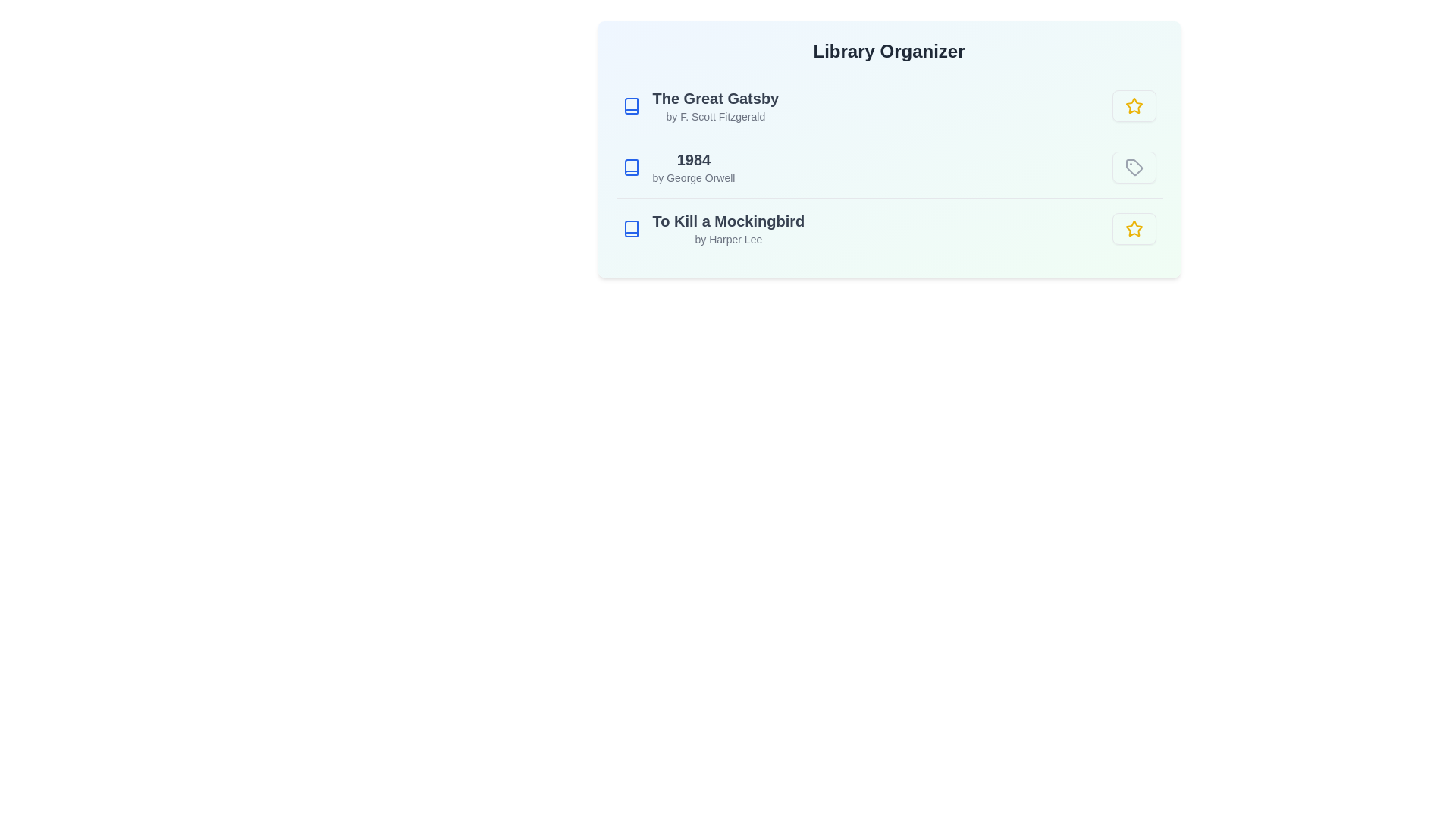  I want to click on the book icon corresponding to To Kill a Mockingbird, so click(631, 228).